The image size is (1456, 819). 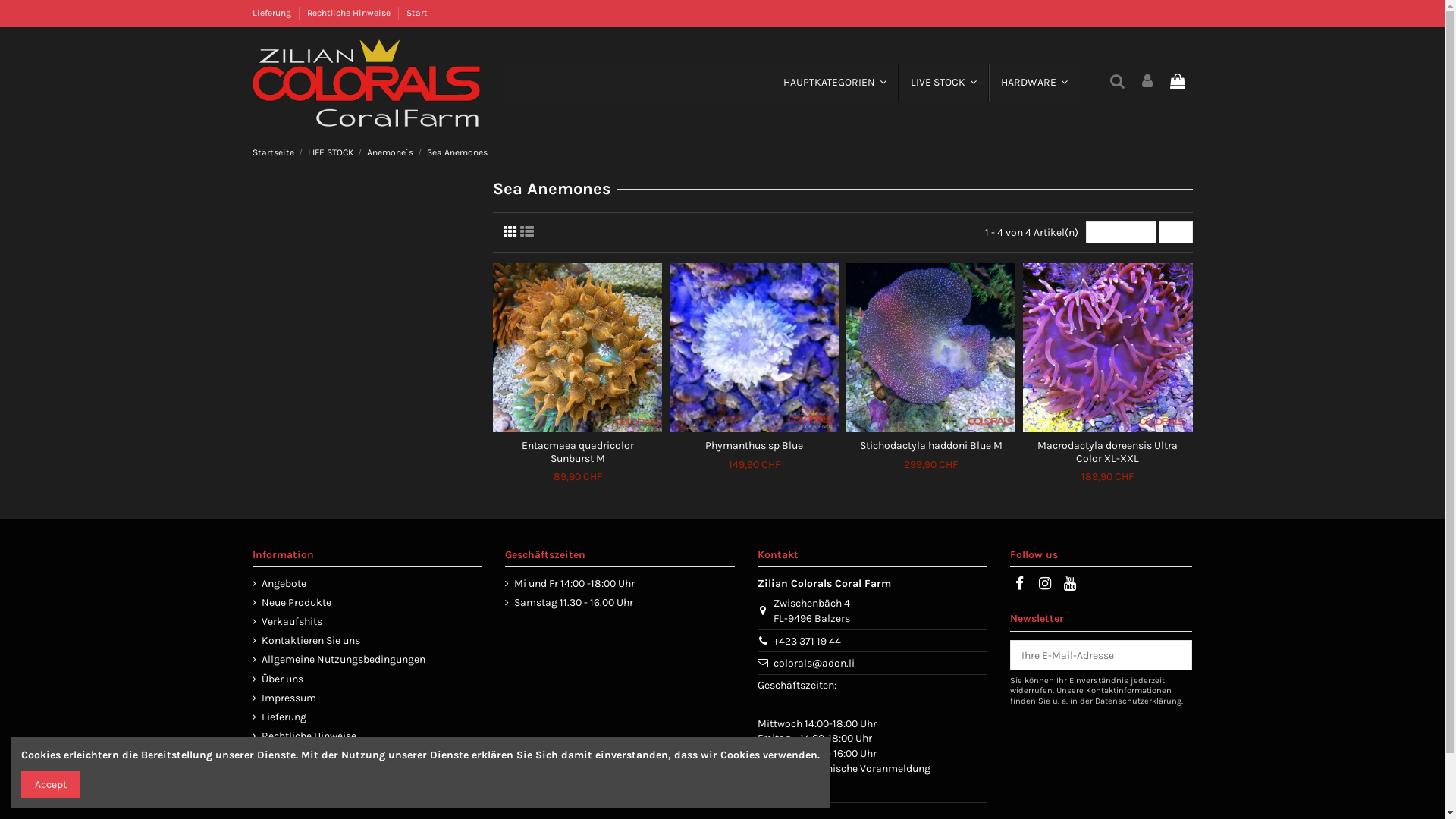 What do you see at coordinates (754, 444) in the screenshot?
I see `'Phymanthus sp Blue'` at bounding box center [754, 444].